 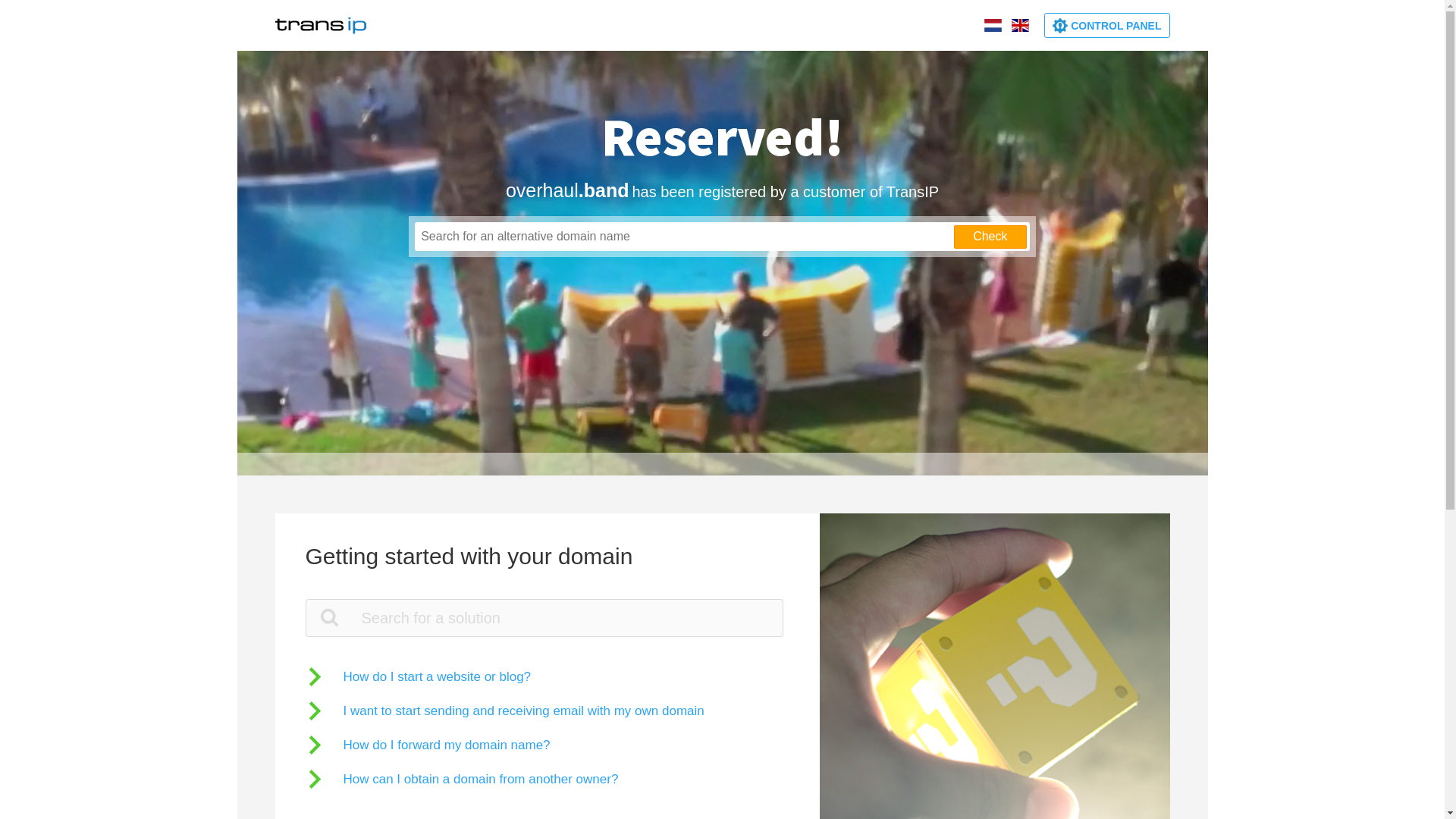 I want to click on 'How can I obtain a domain from another owner?', so click(x=460, y=779).